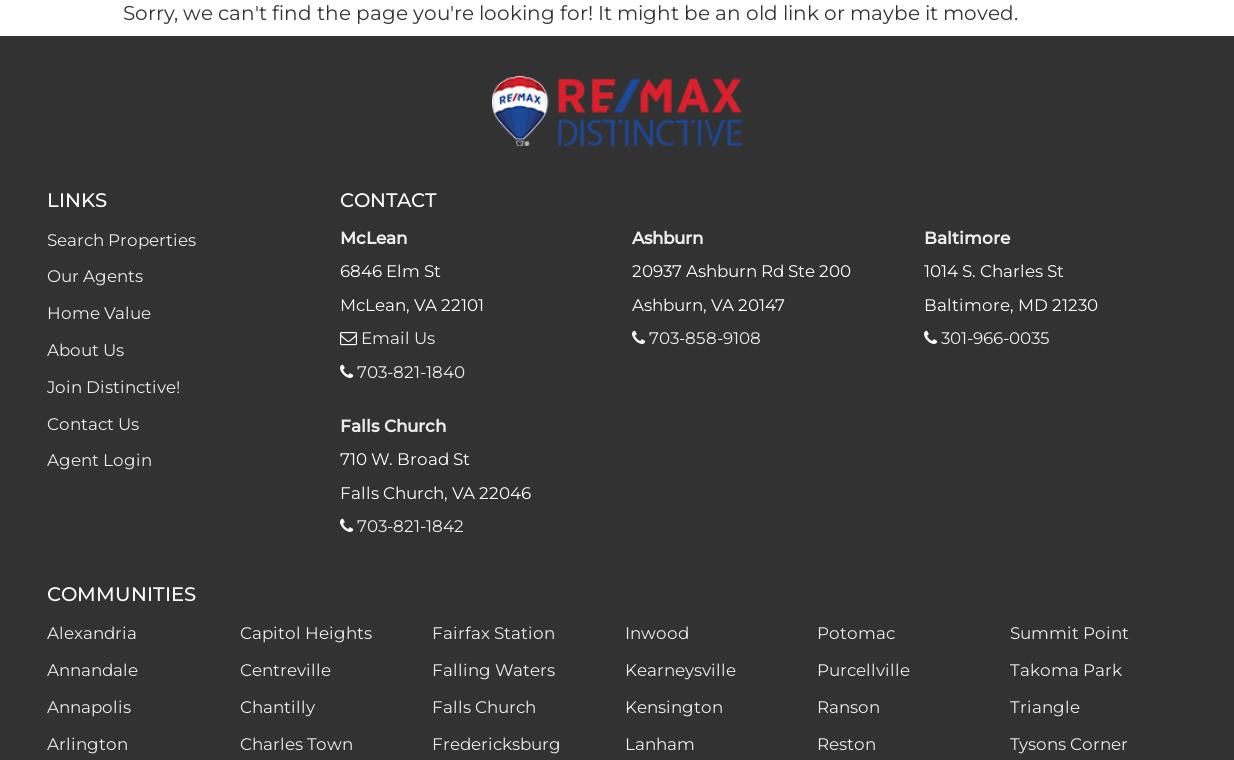  What do you see at coordinates (112, 385) in the screenshot?
I see `'Join Distinctive!'` at bounding box center [112, 385].